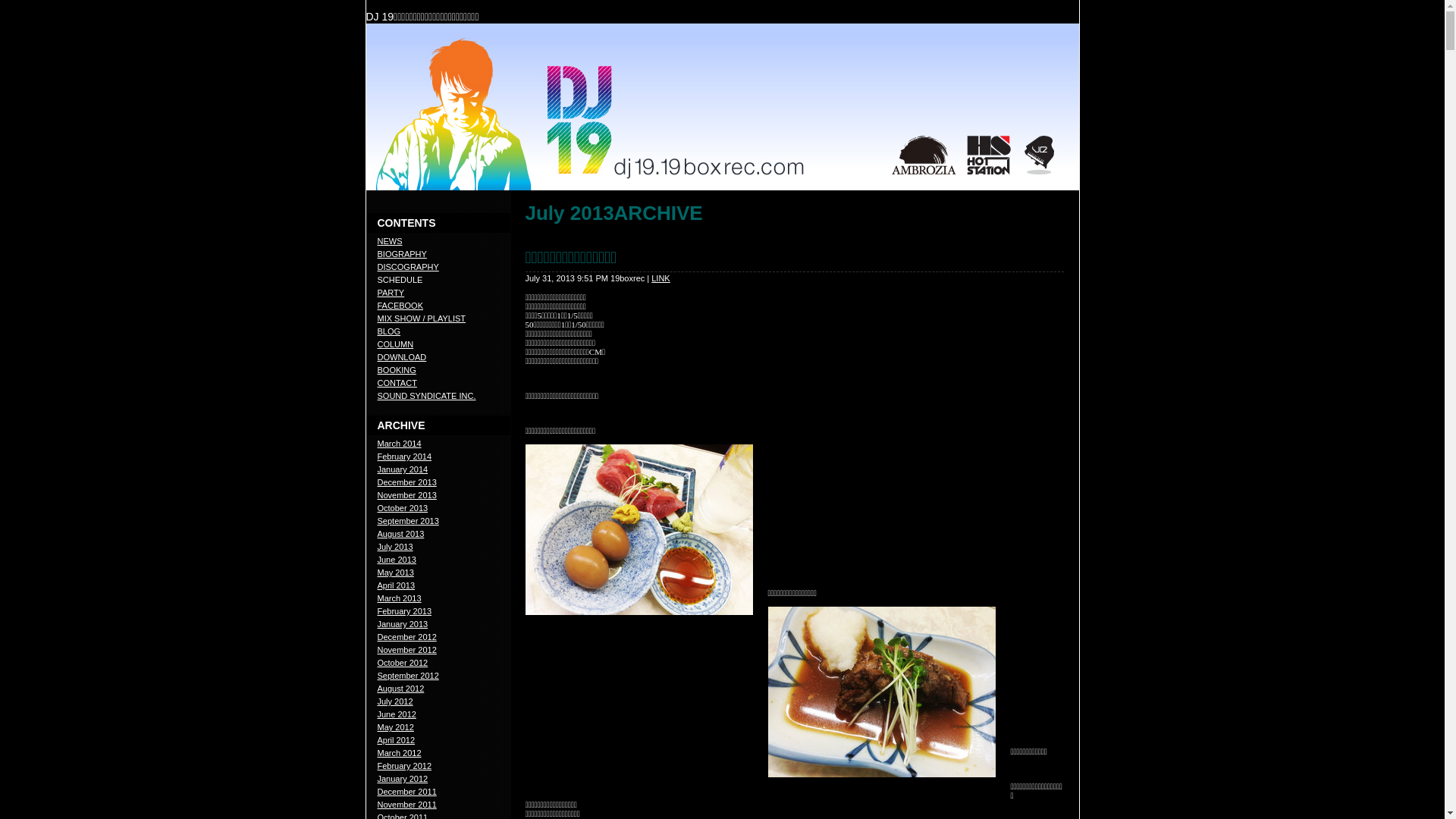 The width and height of the screenshot is (1456, 819). Describe the element at coordinates (378, 791) in the screenshot. I see `'December 2011'` at that location.